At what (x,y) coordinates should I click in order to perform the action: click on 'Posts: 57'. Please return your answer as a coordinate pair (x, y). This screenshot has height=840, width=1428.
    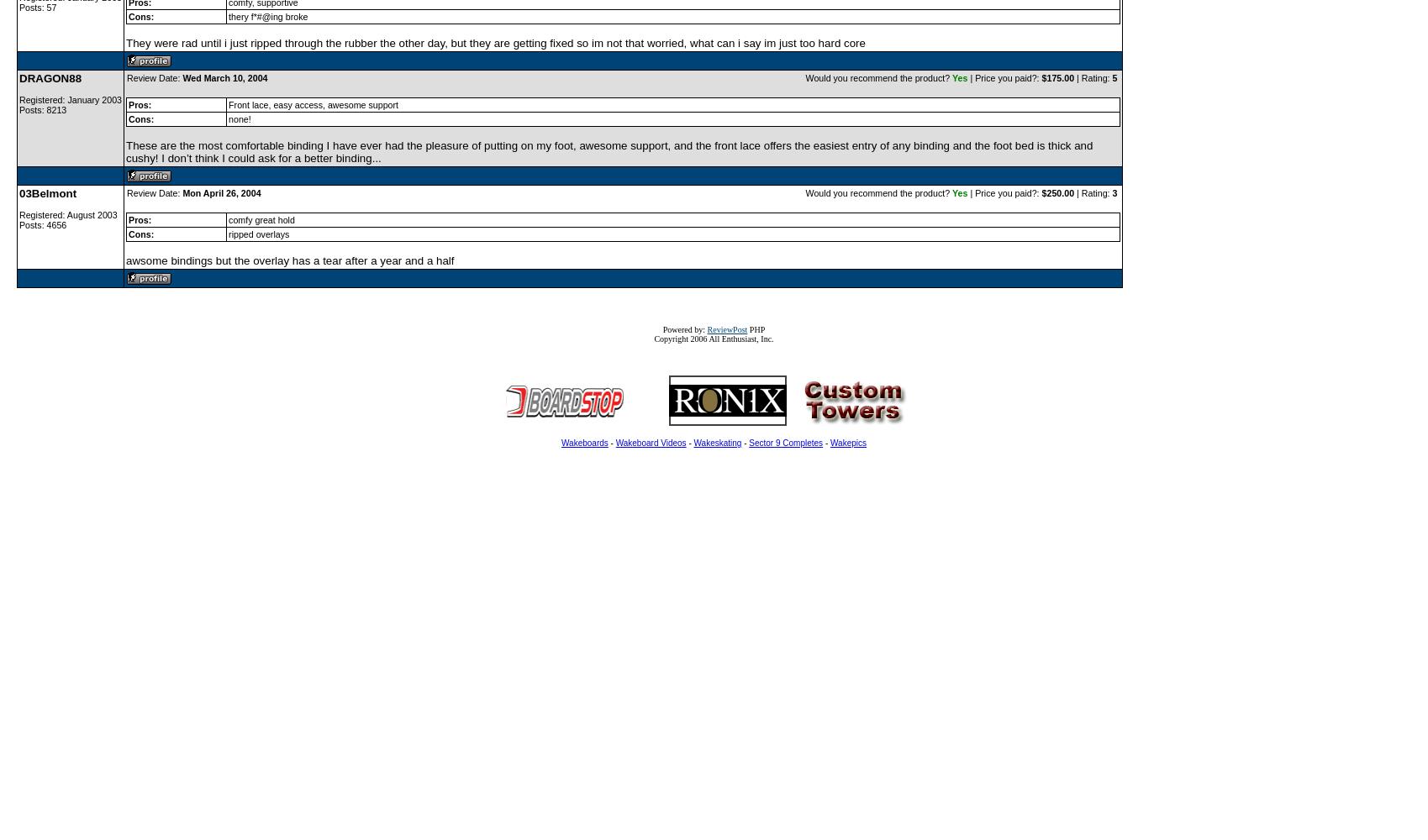
    Looking at the image, I should click on (18, 8).